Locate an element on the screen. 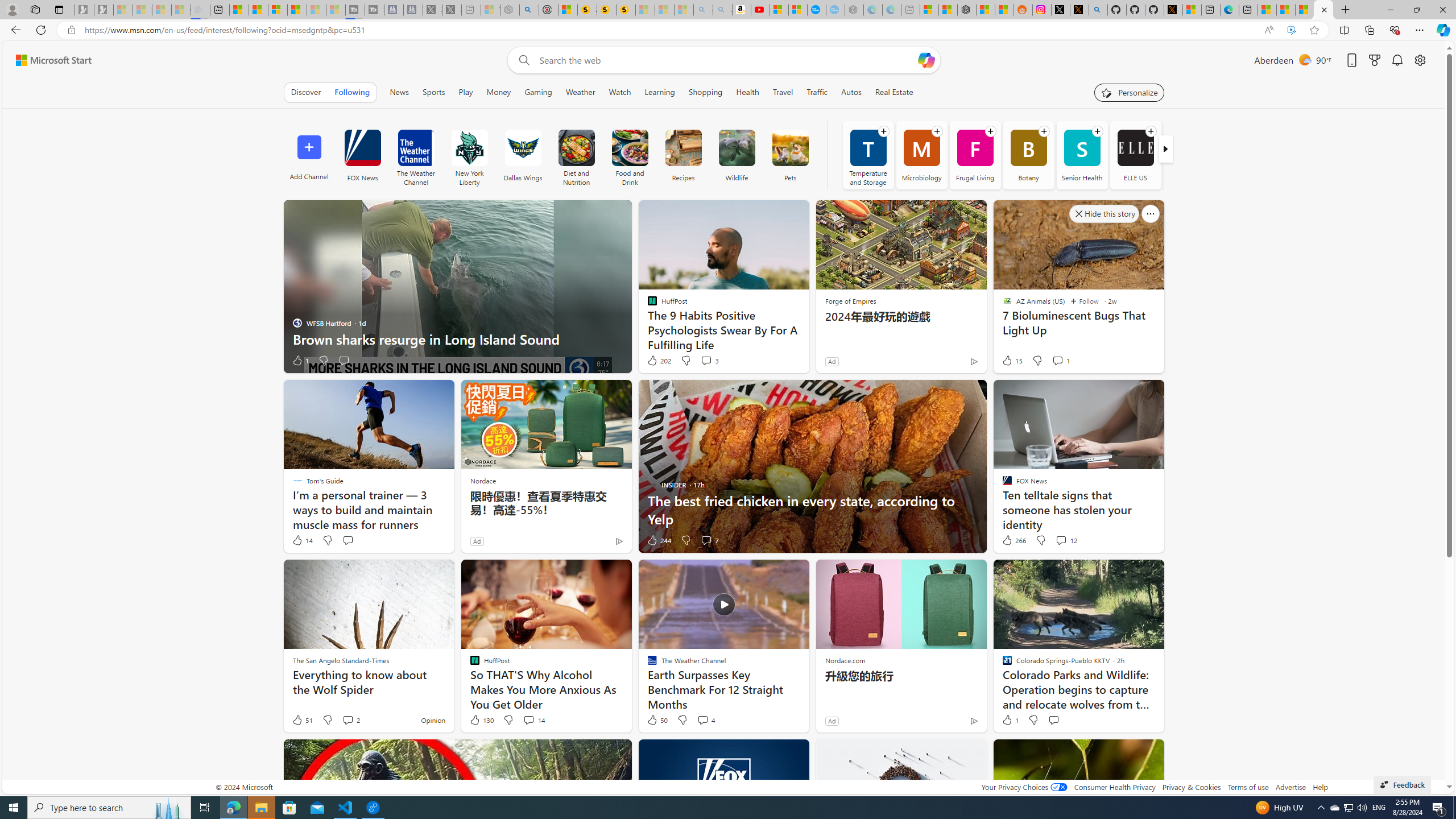 Image resolution: width=1456 pixels, height=819 pixels. 'Play' is located at coordinates (466, 92).